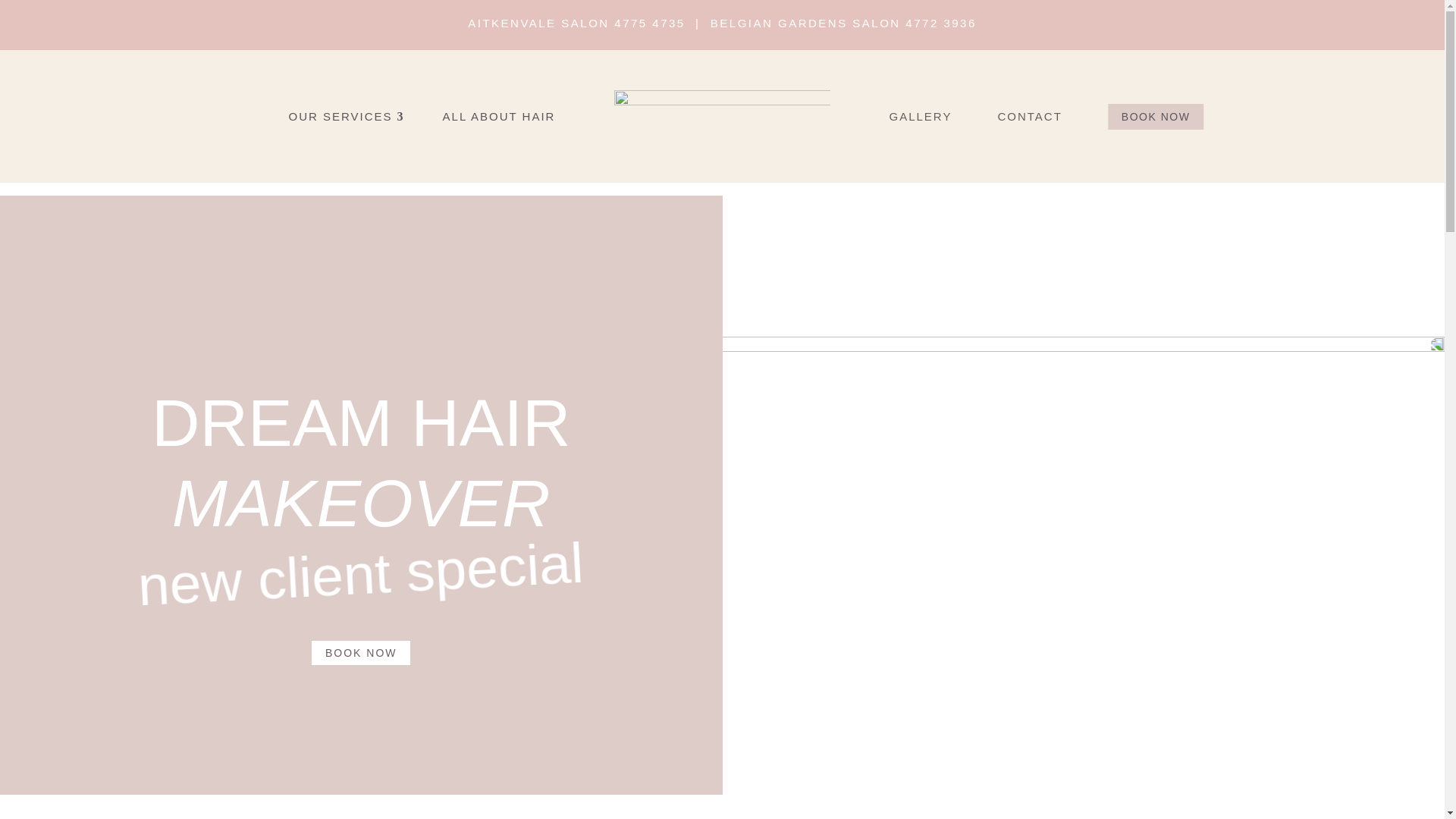 Image resolution: width=1456 pixels, height=819 pixels. What do you see at coordinates (722, 115) in the screenshot?
I see `'Emphasis Hair Studio_Inline Logo_Full Colour'` at bounding box center [722, 115].